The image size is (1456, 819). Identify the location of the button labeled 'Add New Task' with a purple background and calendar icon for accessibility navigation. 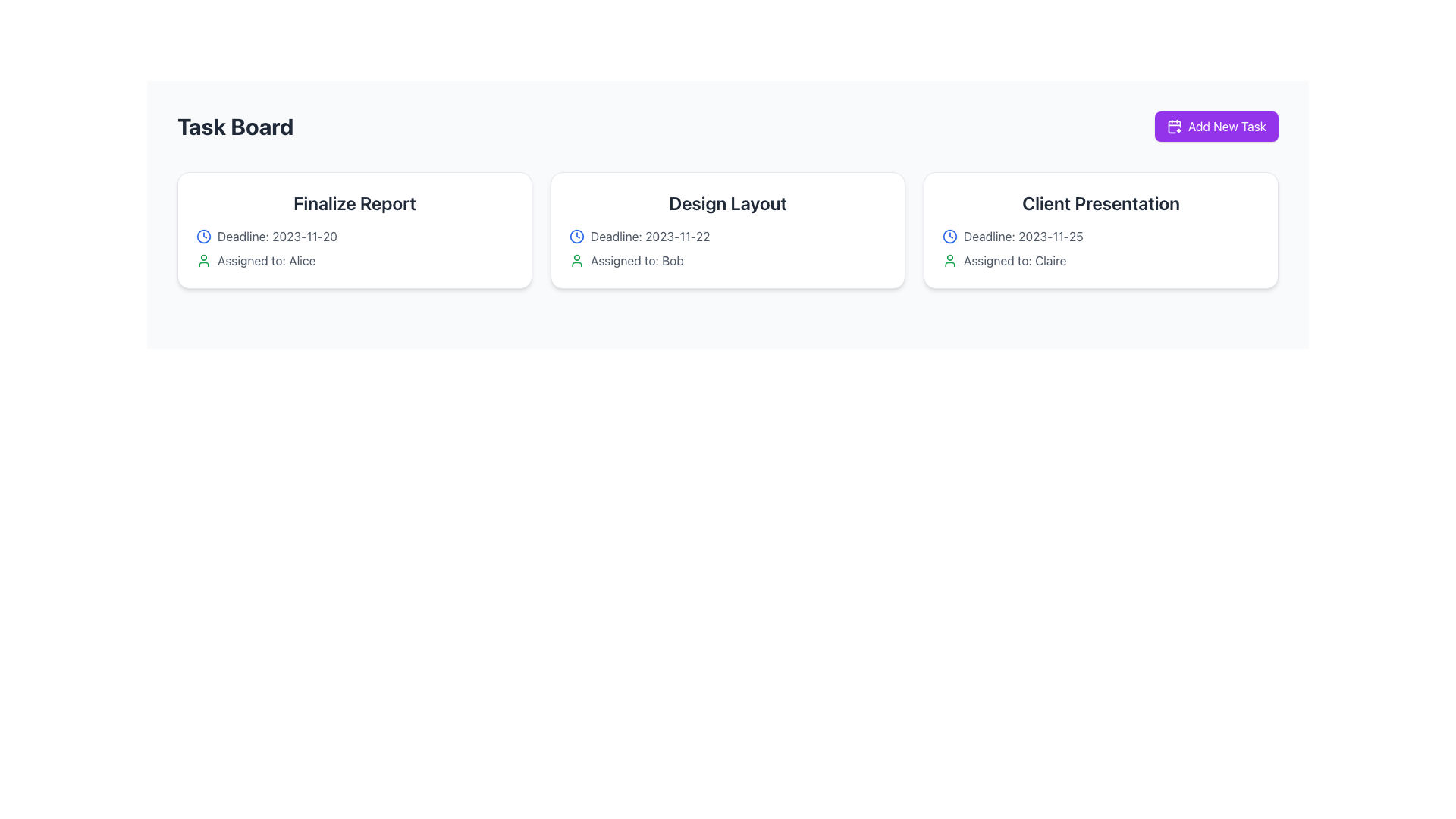
(1216, 125).